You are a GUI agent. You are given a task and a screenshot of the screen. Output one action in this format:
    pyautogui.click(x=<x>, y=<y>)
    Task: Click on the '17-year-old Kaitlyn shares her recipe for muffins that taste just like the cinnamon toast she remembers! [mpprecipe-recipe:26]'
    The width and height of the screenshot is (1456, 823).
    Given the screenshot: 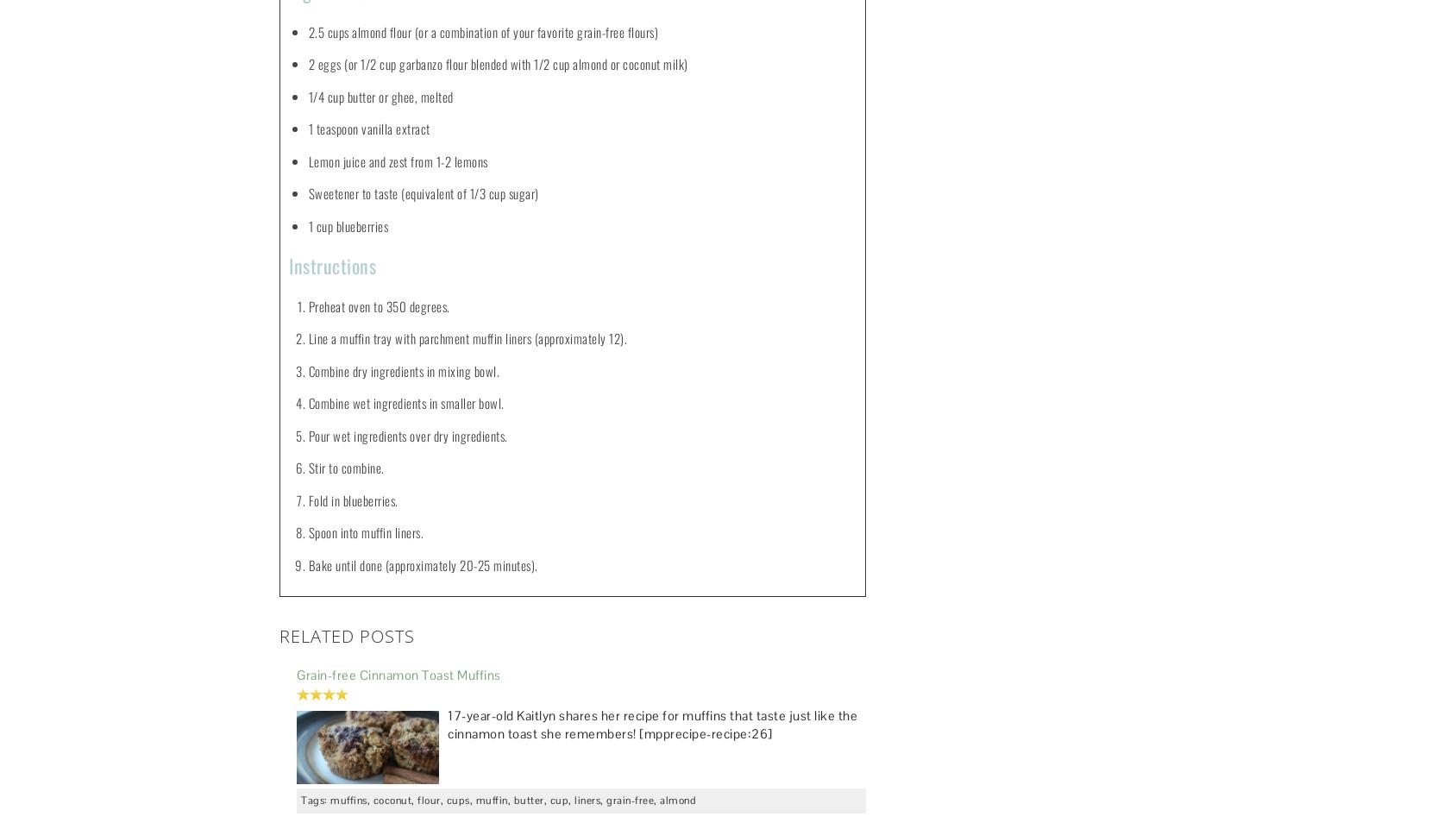 What is the action you would take?
    pyautogui.click(x=652, y=724)
    